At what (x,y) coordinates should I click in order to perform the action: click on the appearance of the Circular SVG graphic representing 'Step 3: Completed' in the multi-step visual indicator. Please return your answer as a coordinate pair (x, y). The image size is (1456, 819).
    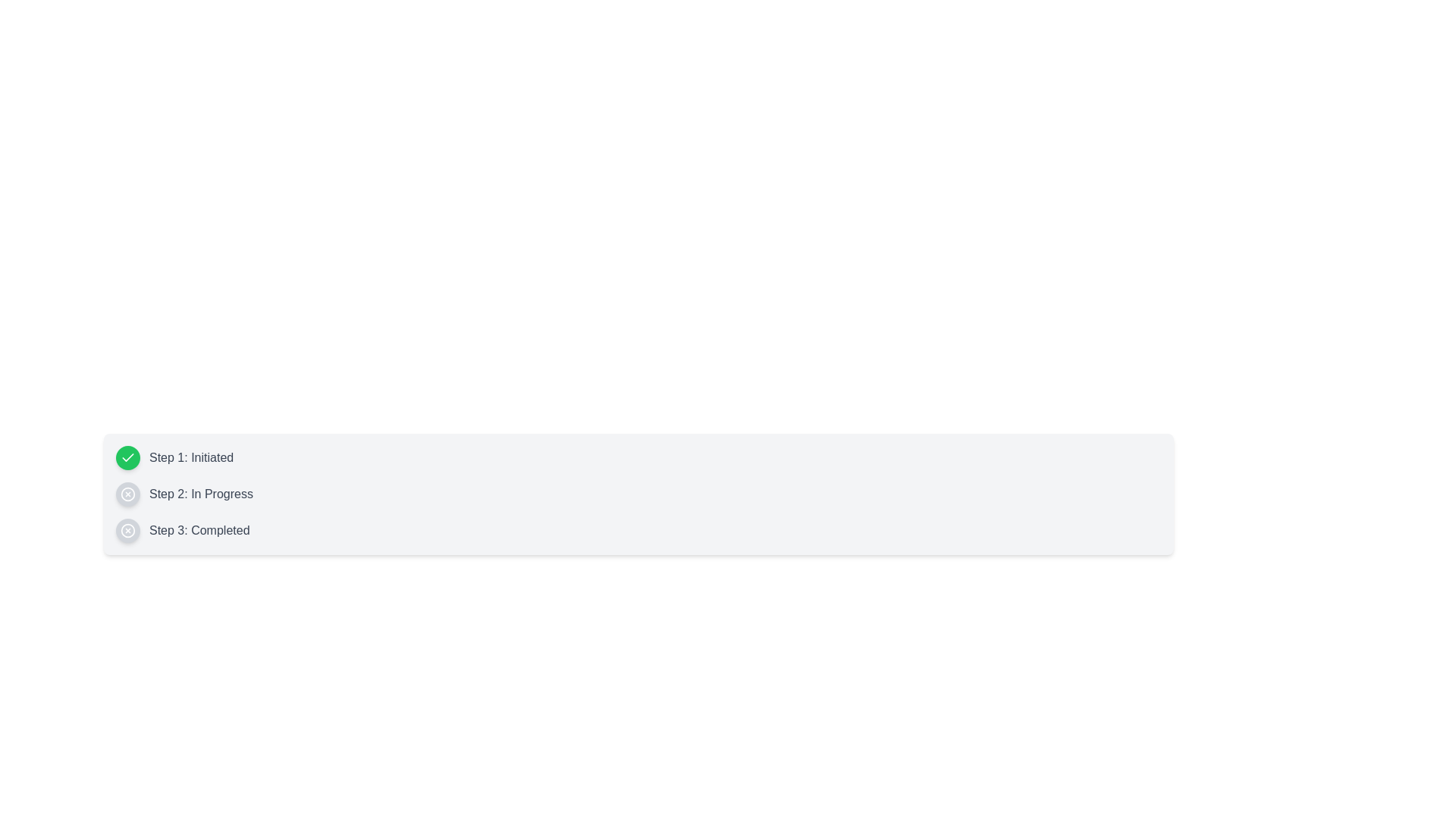
    Looking at the image, I should click on (127, 529).